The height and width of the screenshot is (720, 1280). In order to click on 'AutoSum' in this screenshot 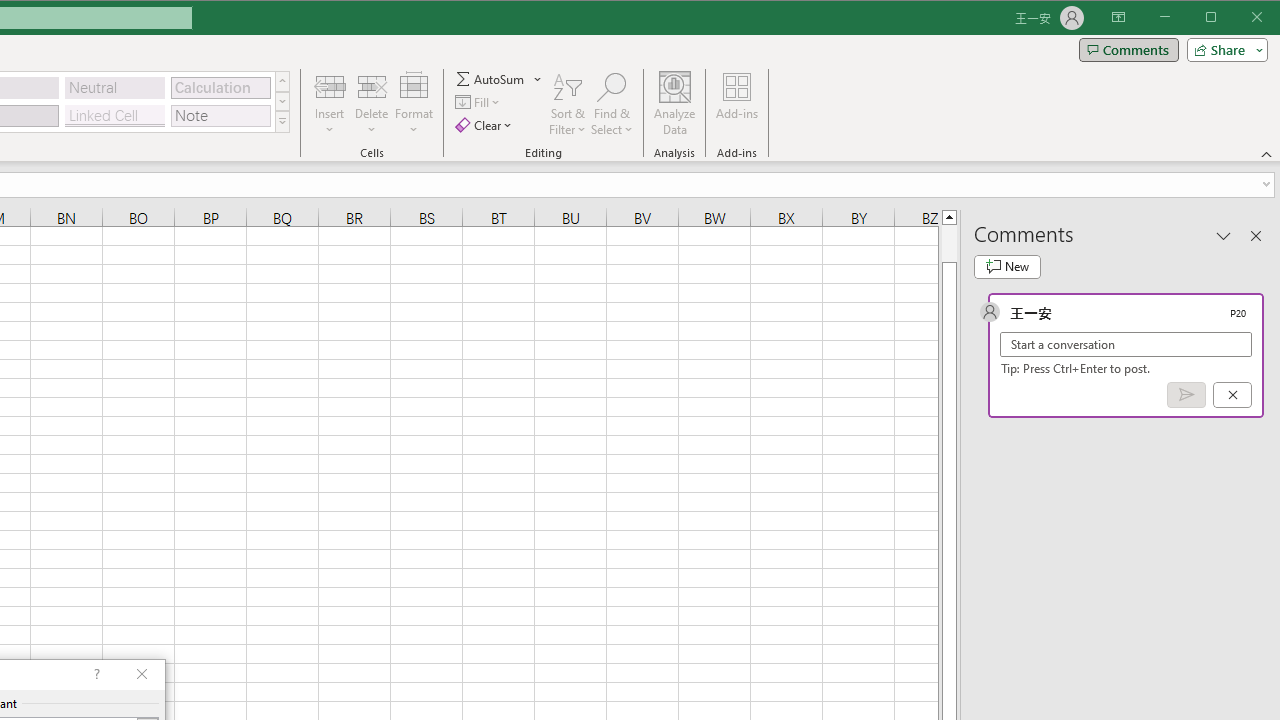, I will do `click(499, 78)`.